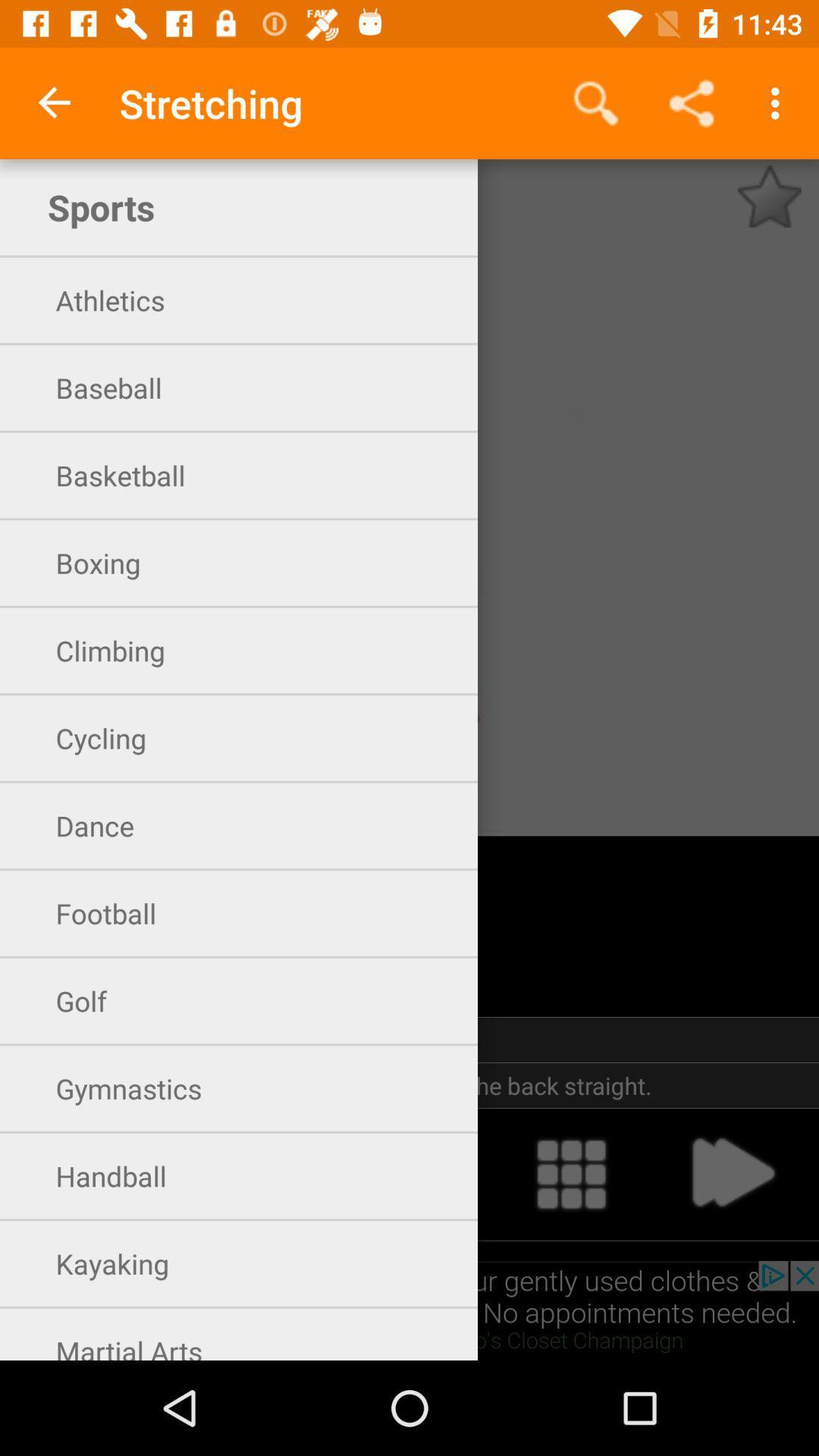 The image size is (819, 1456). Describe the element at coordinates (409, 1084) in the screenshot. I see `the item below 30 seconds  icon` at that location.